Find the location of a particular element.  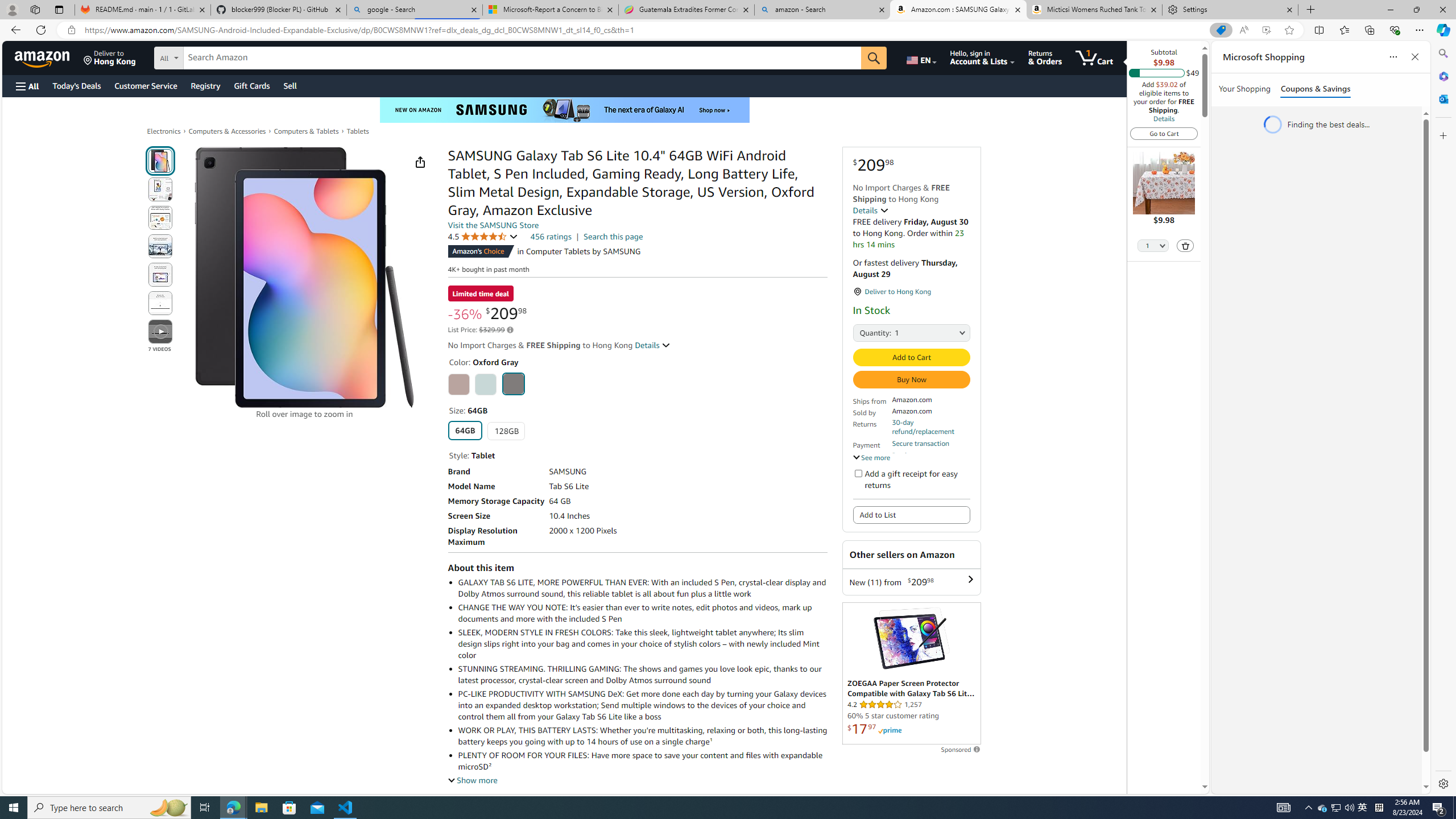

'Computers & Accessories' is located at coordinates (227, 130).